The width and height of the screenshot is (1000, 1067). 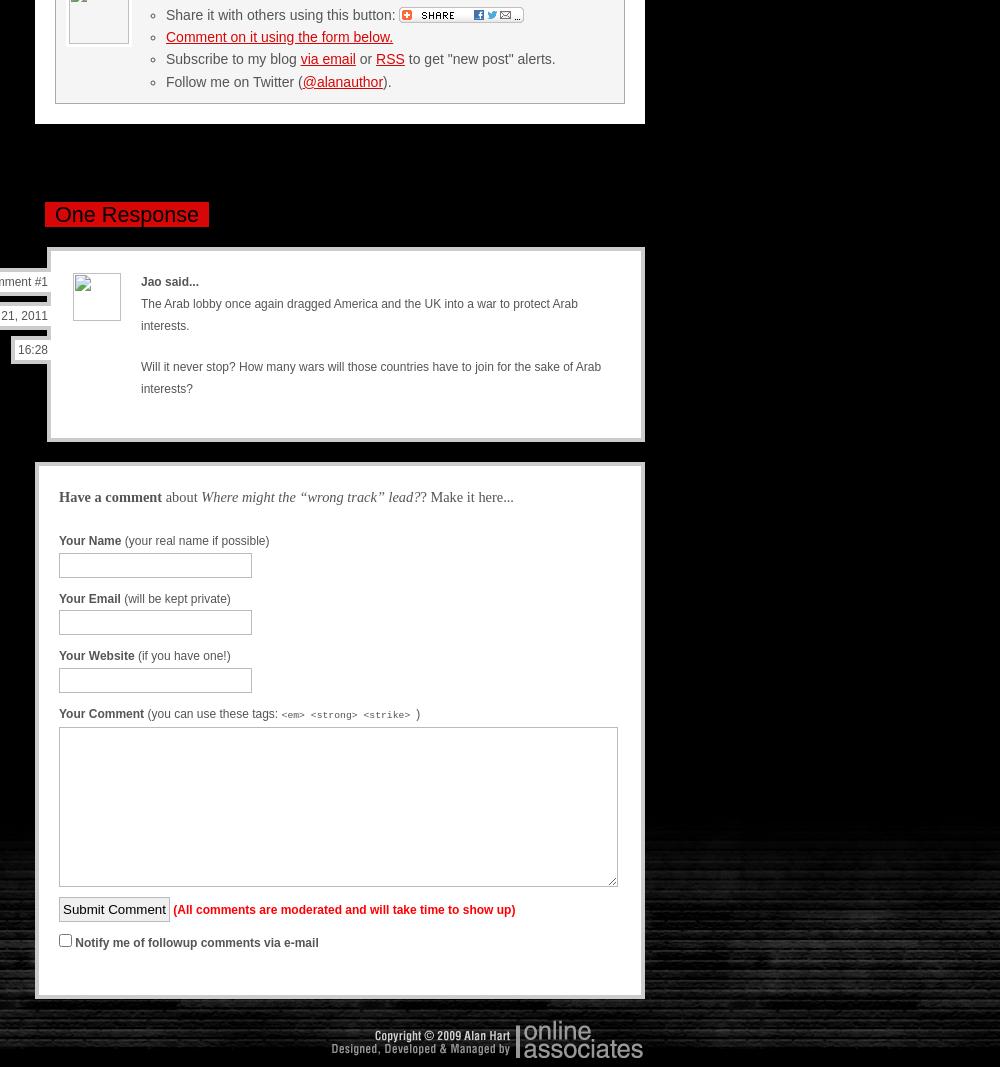 What do you see at coordinates (194, 540) in the screenshot?
I see `'(your real name if possible)'` at bounding box center [194, 540].